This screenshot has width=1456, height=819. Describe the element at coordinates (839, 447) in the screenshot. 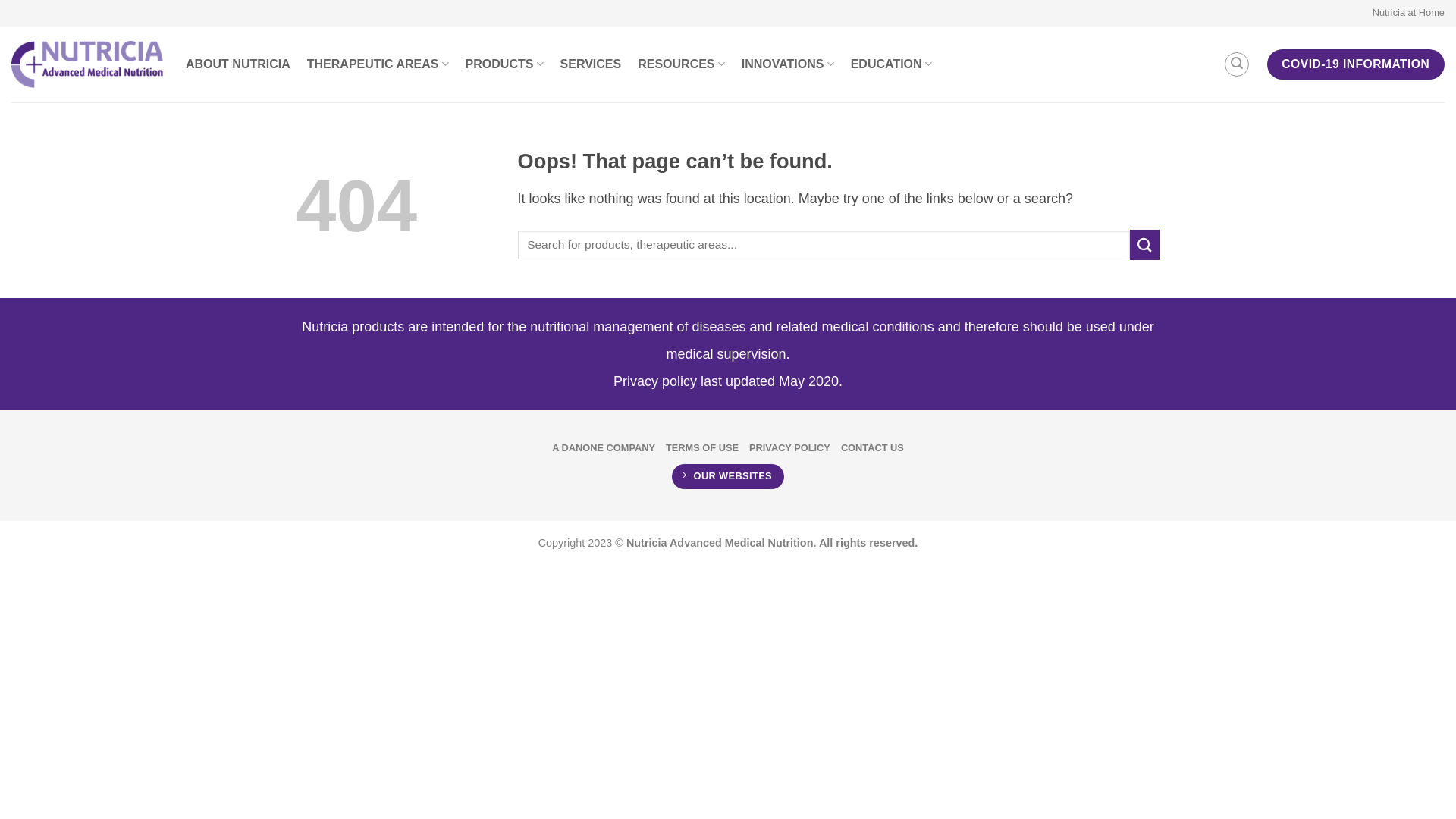

I see `'CONTACT US'` at that location.